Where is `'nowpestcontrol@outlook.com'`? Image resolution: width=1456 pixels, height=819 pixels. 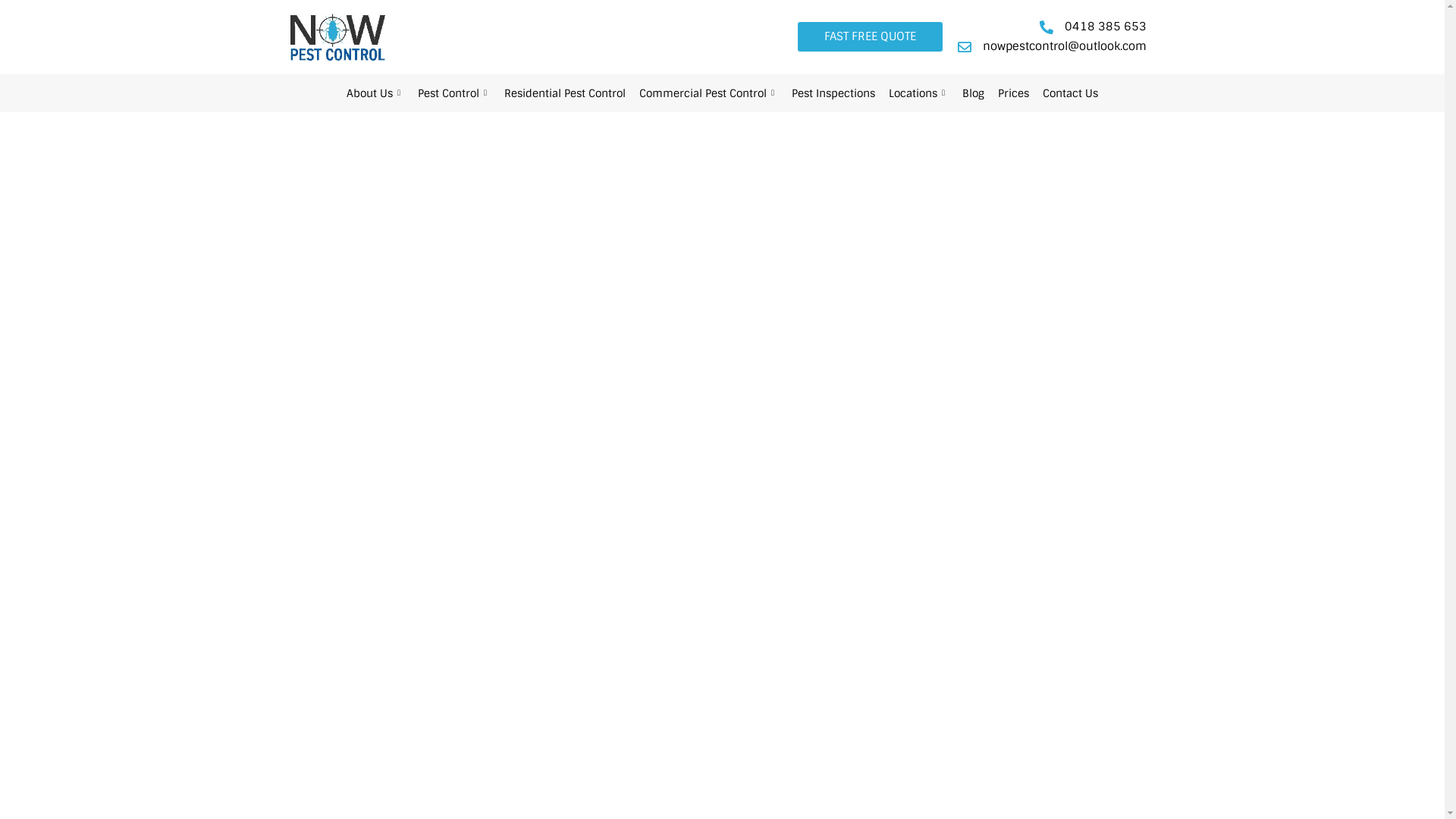
'nowpestcontrol@outlook.com' is located at coordinates (1050, 45).